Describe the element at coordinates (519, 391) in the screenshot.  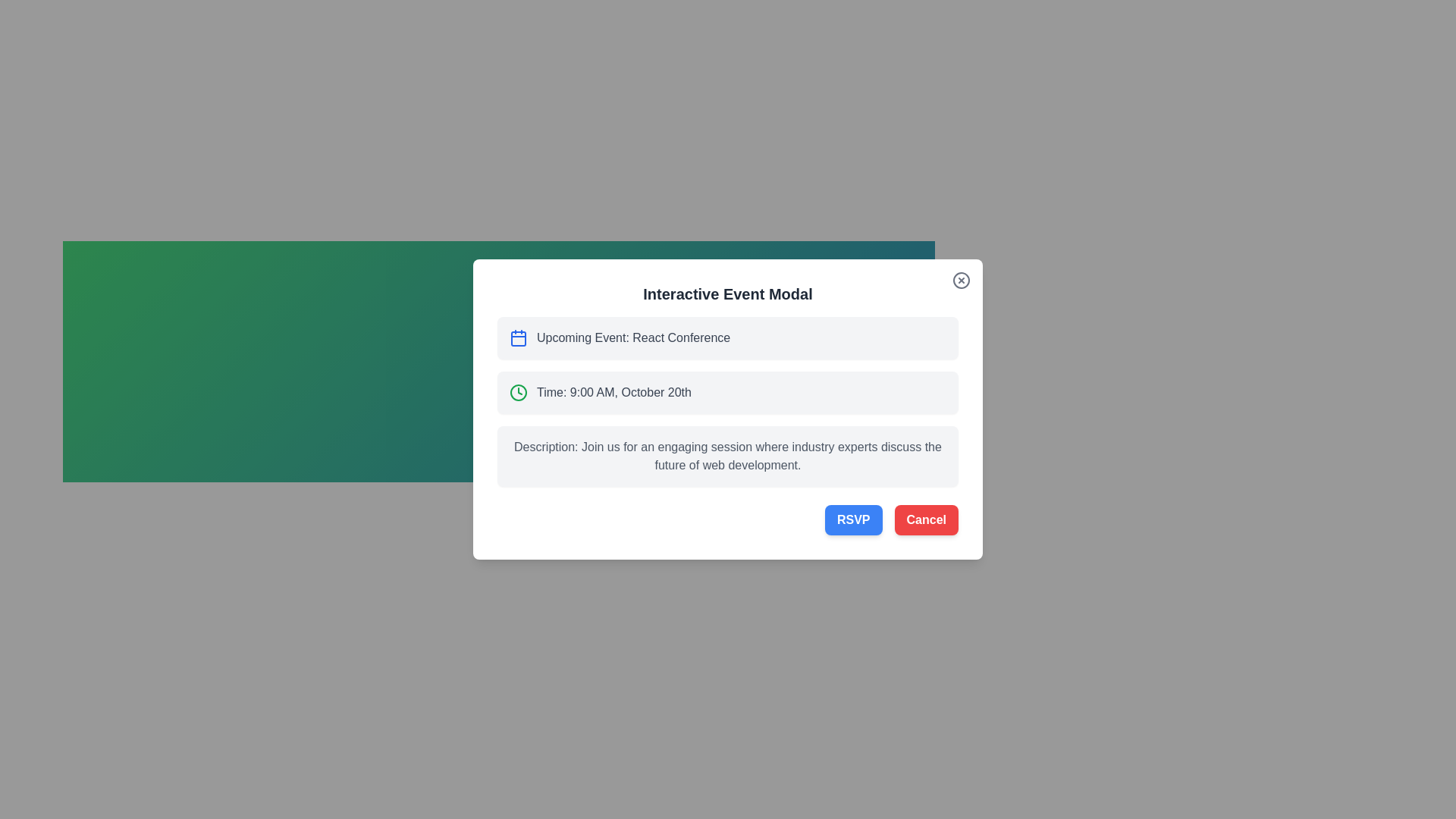
I see `the time icon located to the left of the text 'Time: 9:00 AM, October 20th' in the 'Interactive Event Modal' panel` at that location.